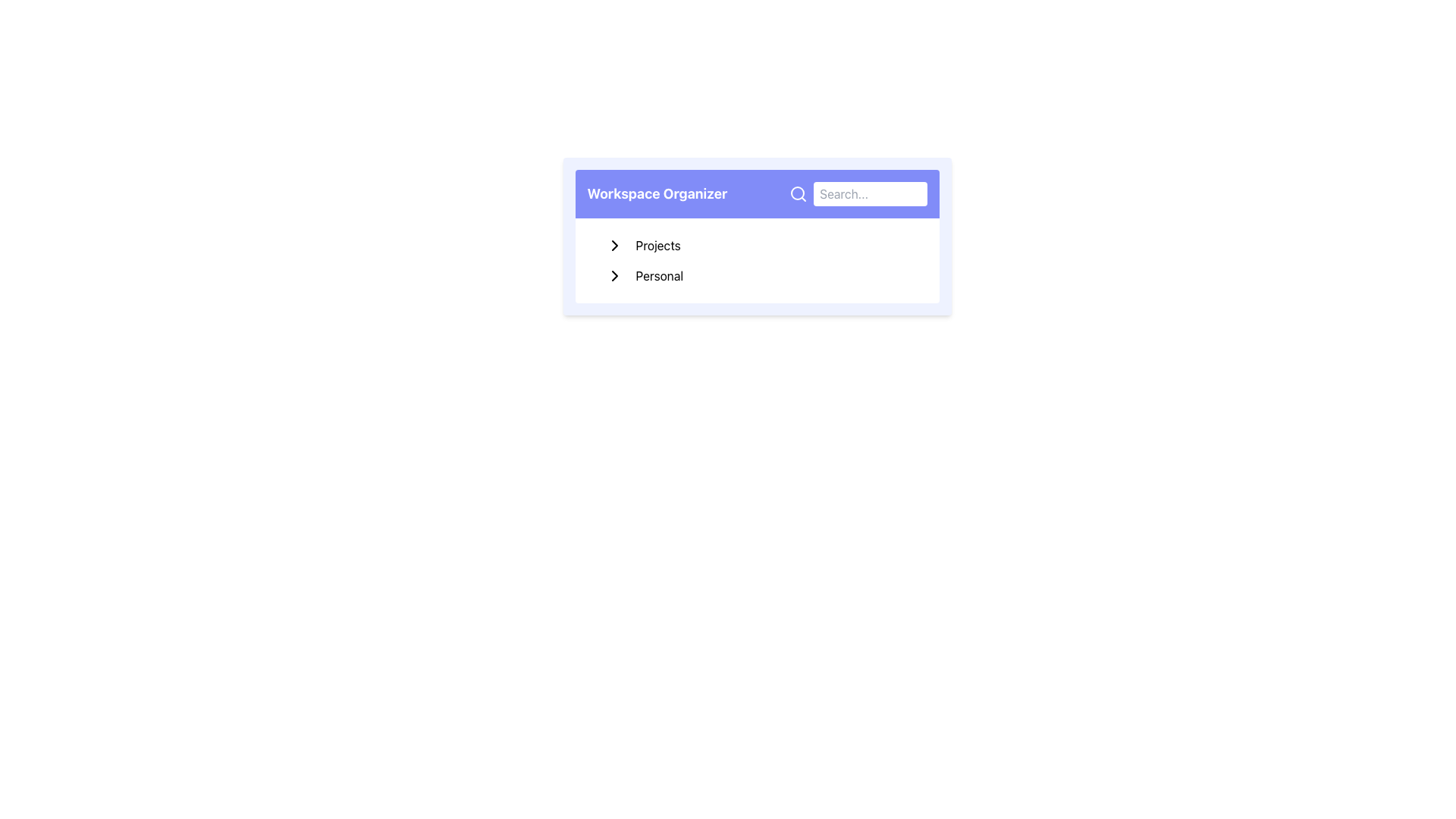 The height and width of the screenshot is (819, 1456). I want to click on the first entry under the 'Projects' navigation section, so click(763, 245).